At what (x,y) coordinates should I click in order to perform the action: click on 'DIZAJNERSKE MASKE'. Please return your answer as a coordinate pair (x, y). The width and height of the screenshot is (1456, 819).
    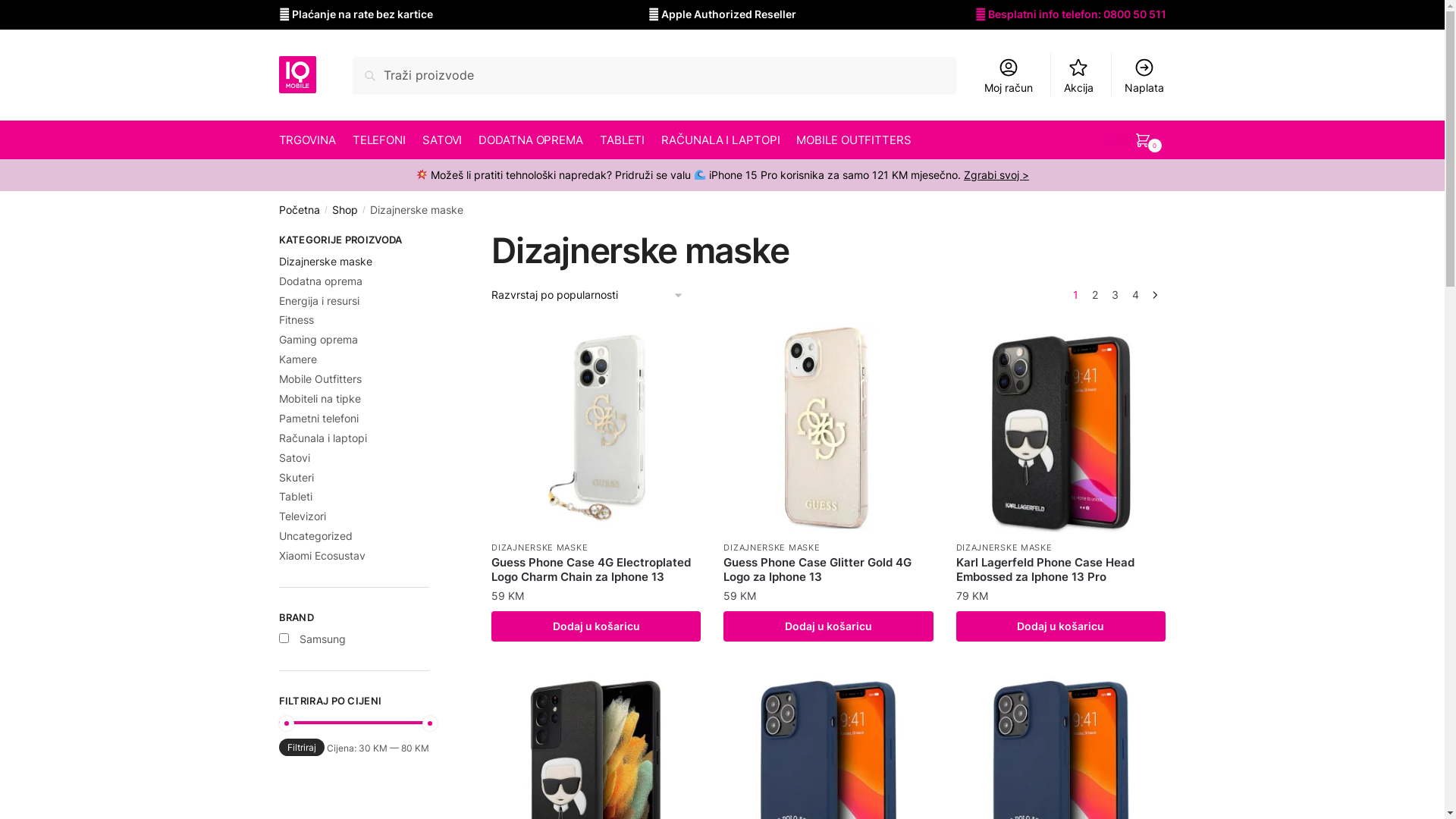
    Looking at the image, I should click on (539, 547).